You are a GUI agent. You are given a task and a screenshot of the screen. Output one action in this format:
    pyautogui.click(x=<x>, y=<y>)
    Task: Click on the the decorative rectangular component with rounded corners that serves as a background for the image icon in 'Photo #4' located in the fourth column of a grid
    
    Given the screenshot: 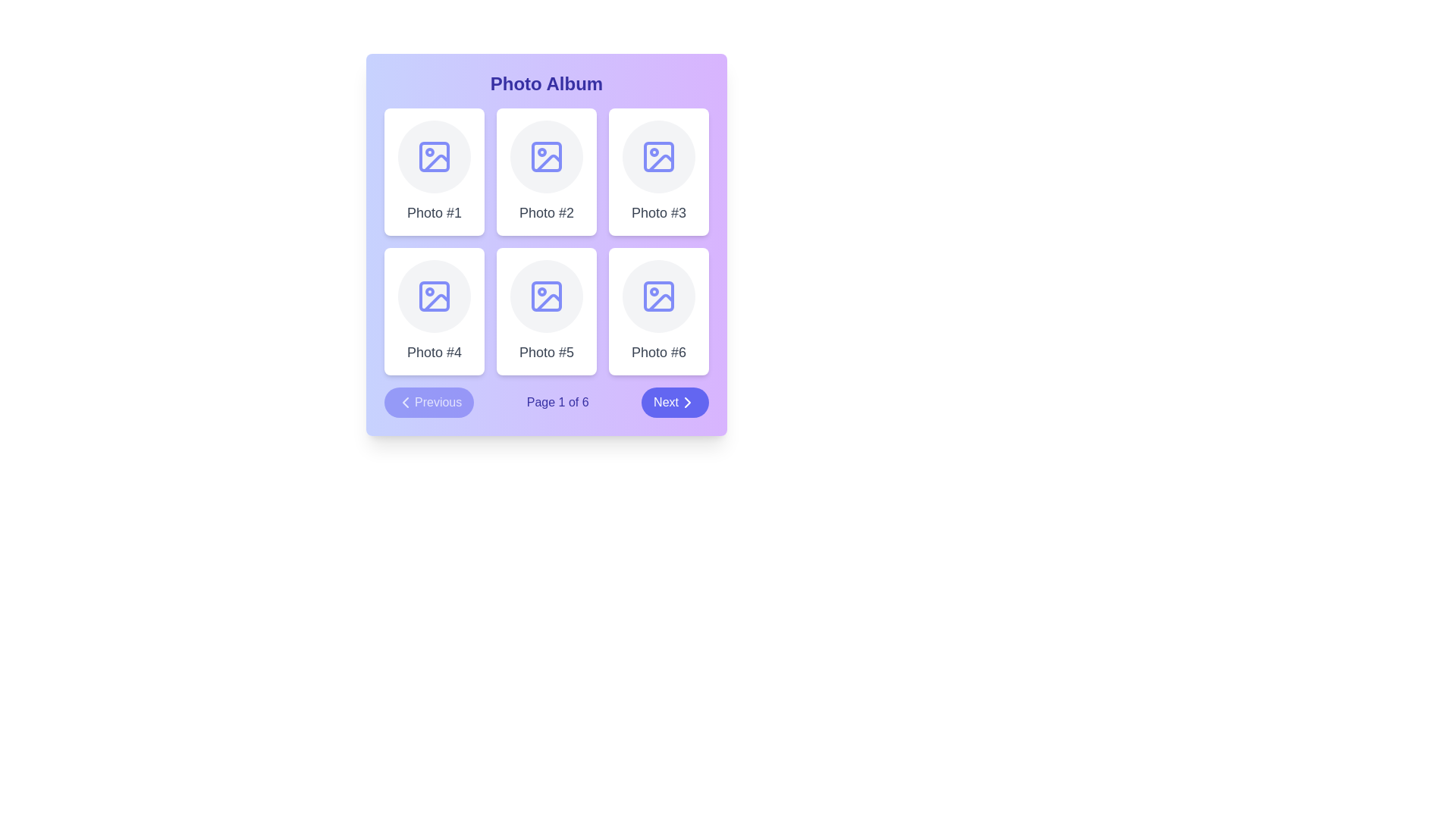 What is the action you would take?
    pyautogui.click(x=433, y=296)
    